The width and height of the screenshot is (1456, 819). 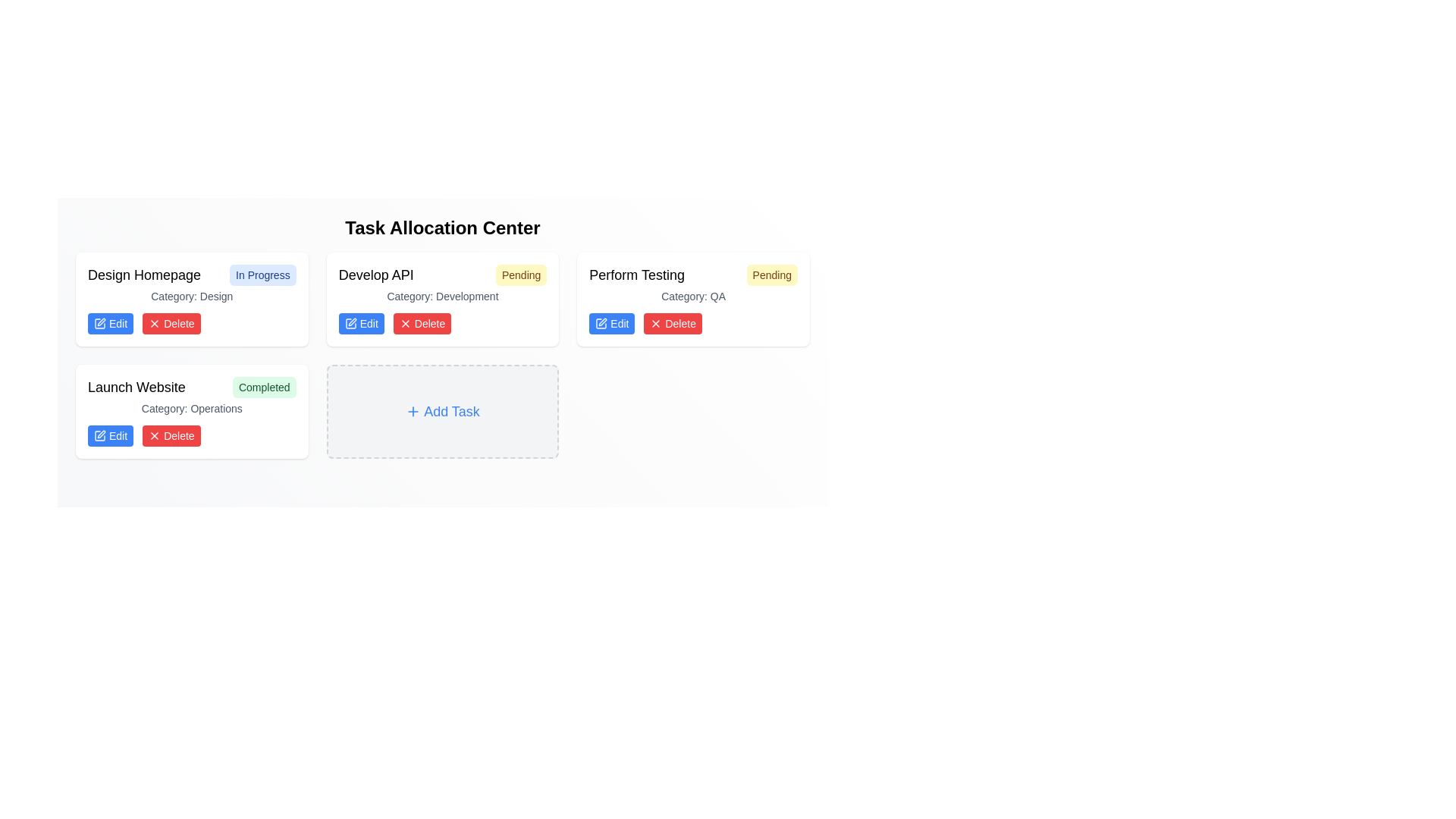 What do you see at coordinates (171, 323) in the screenshot?
I see `the 'Delete' button with a vibrant red background and 'X' icon` at bounding box center [171, 323].